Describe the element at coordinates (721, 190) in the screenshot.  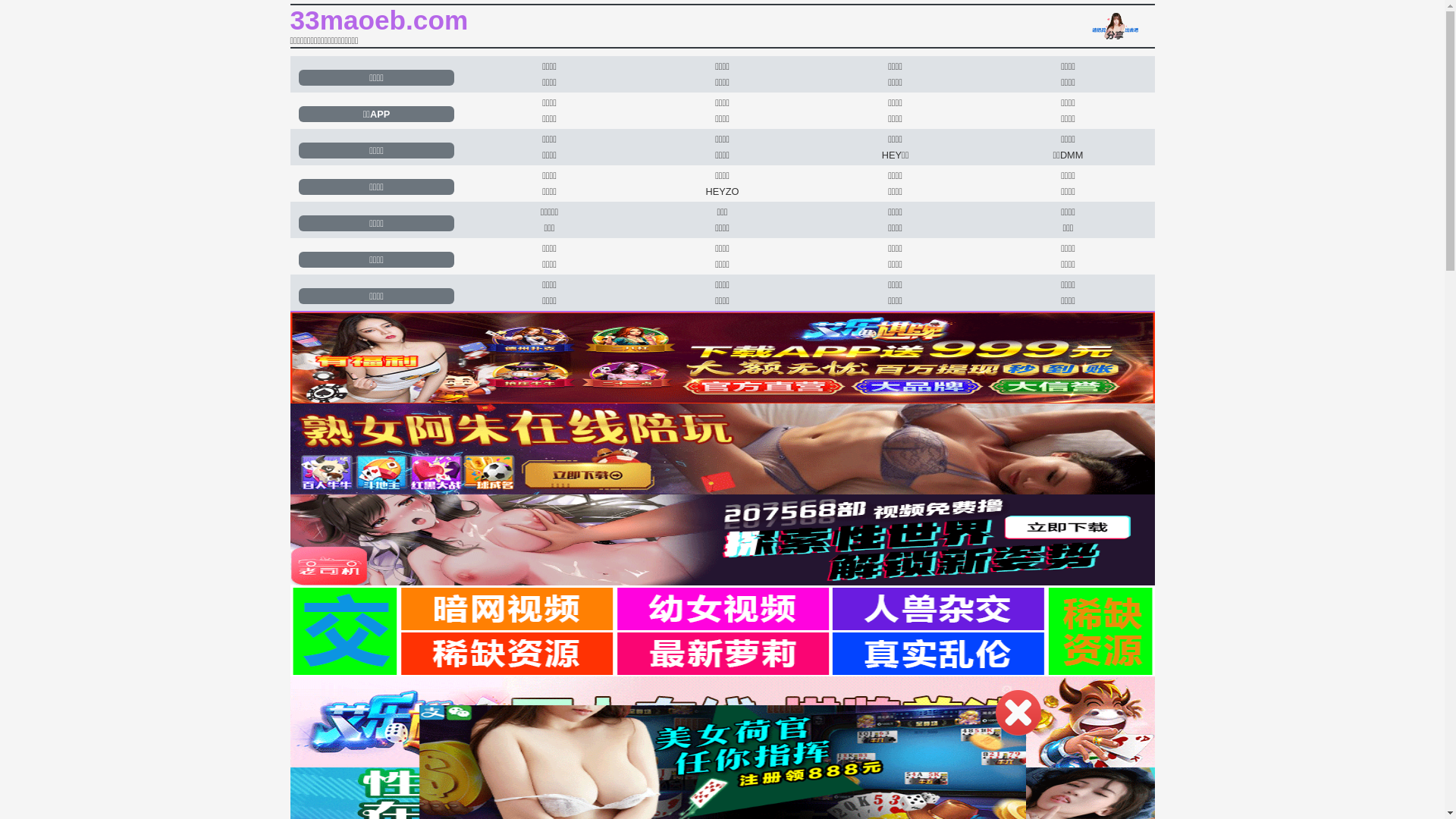
I see `'HEYZO'` at that location.